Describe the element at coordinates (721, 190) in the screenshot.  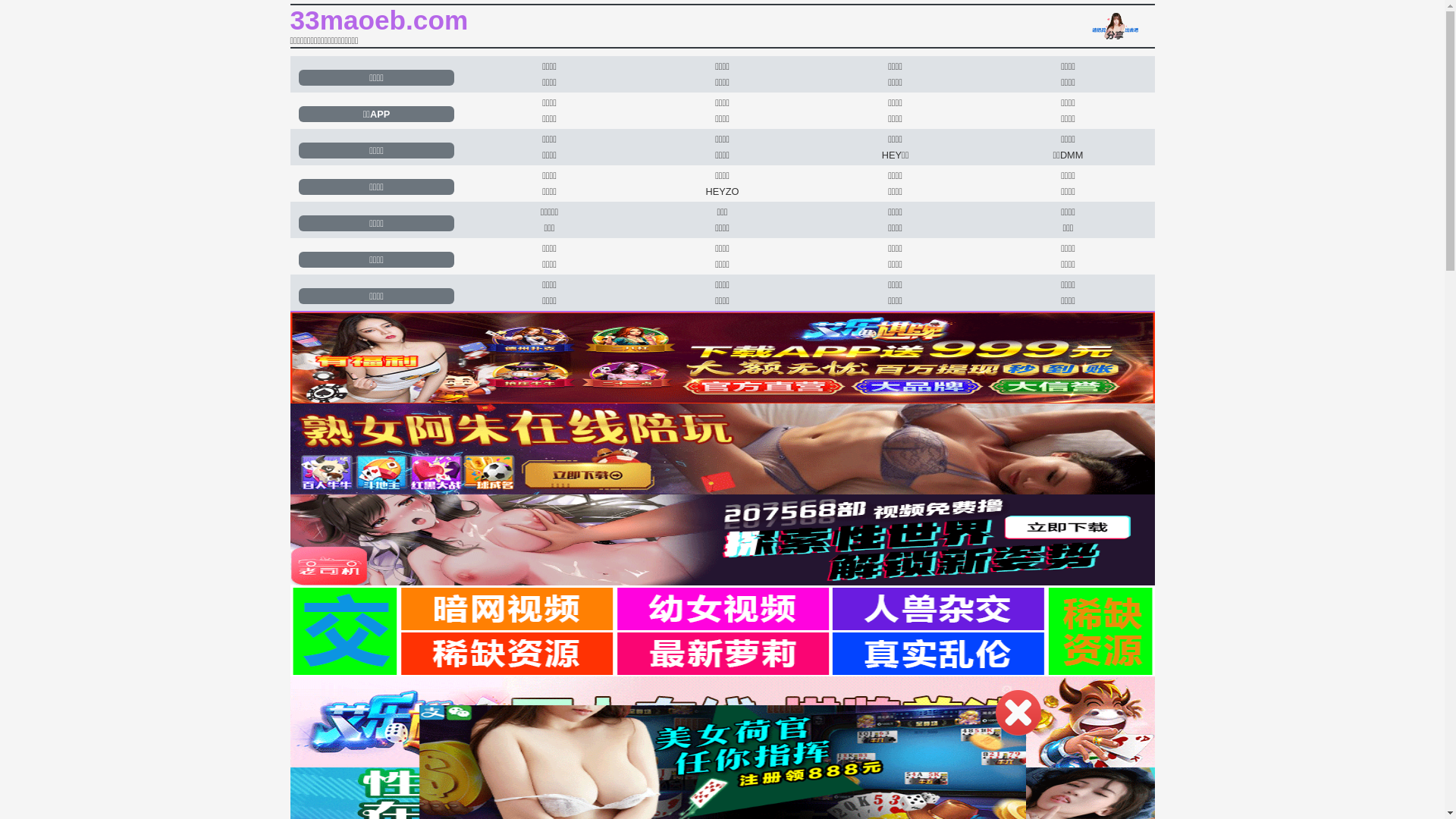
I see `'HEYZO'` at that location.